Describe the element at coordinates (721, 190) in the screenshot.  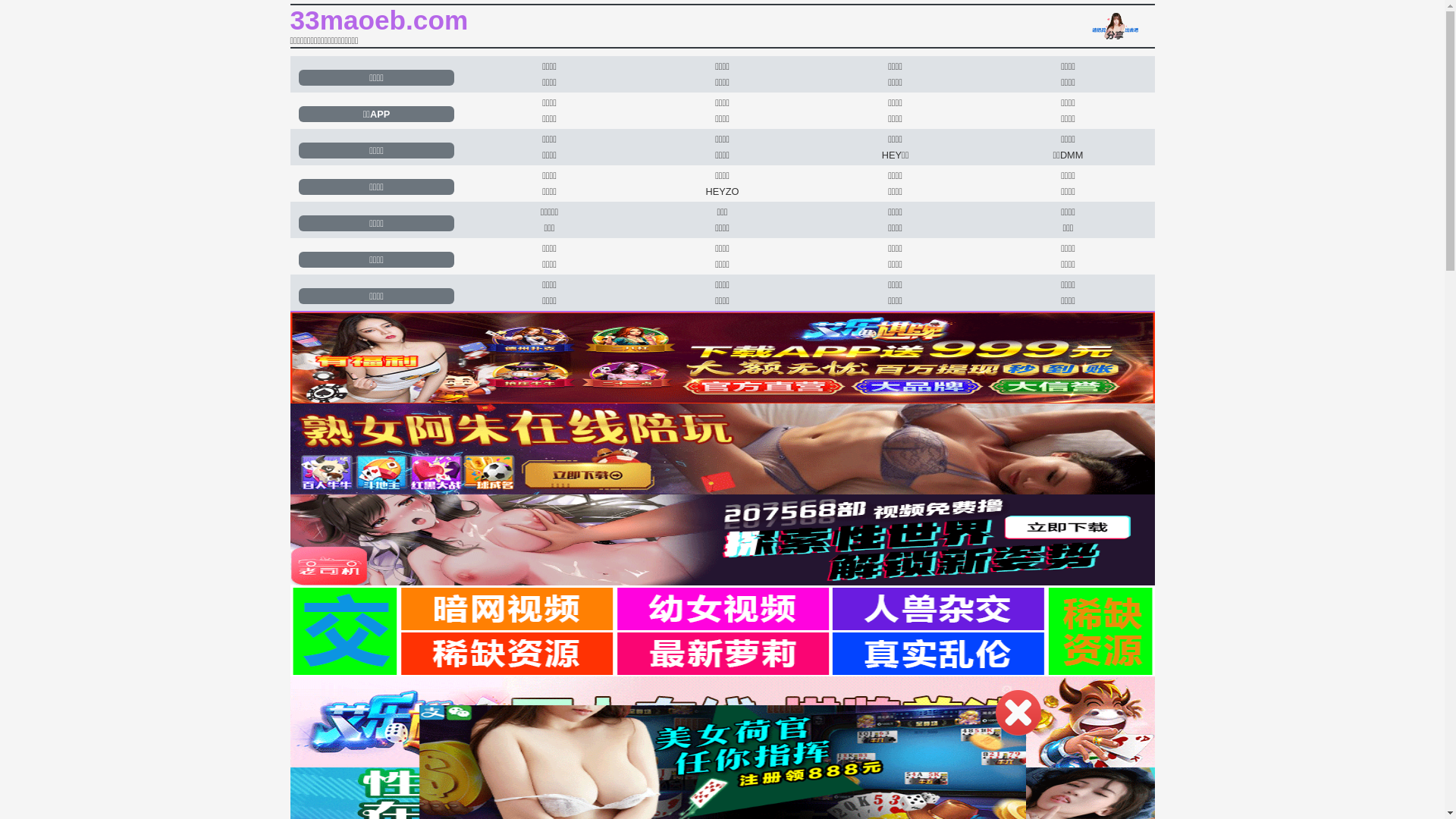
I see `'HEYZO'` at that location.